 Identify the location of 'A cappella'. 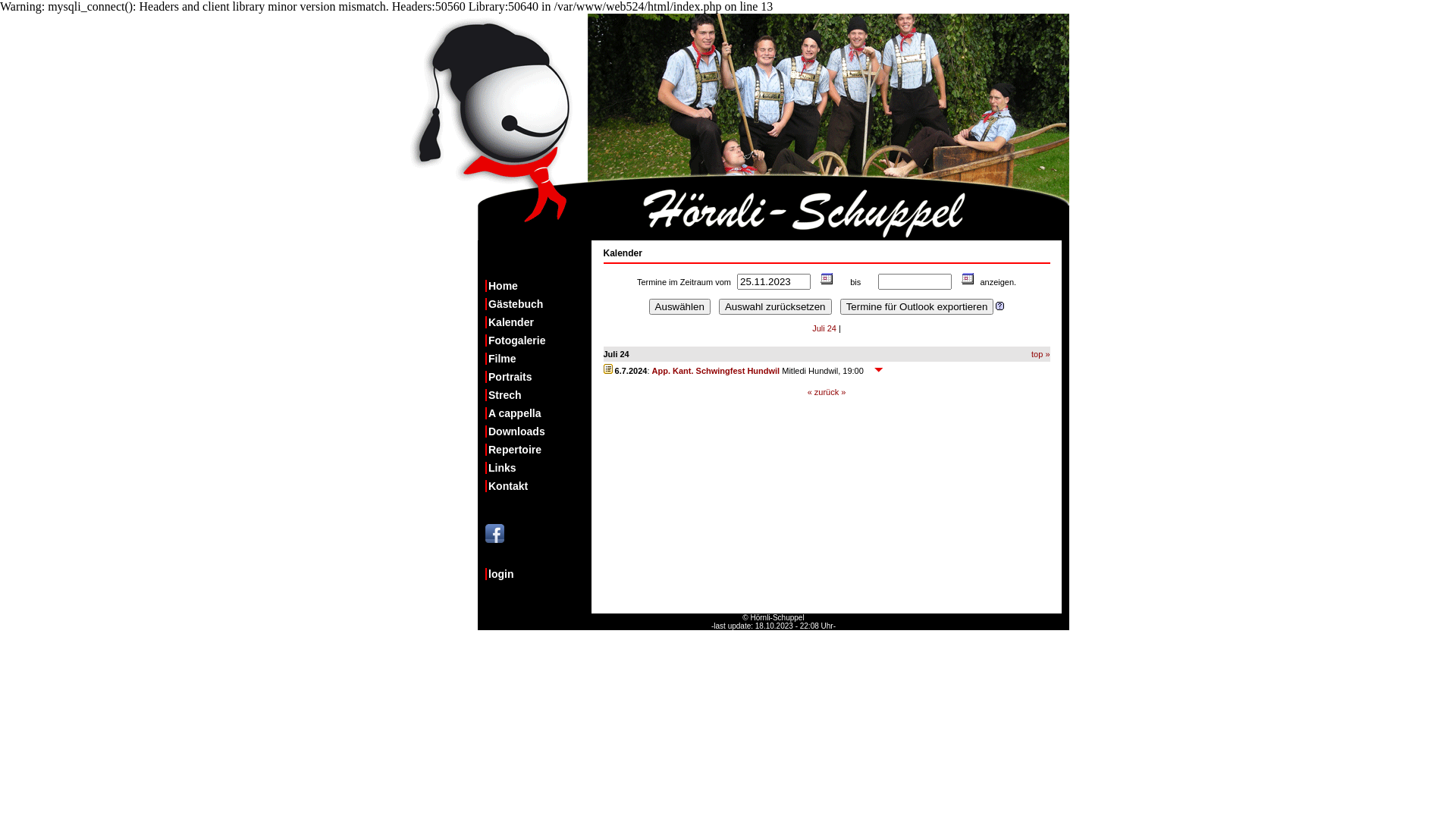
(538, 413).